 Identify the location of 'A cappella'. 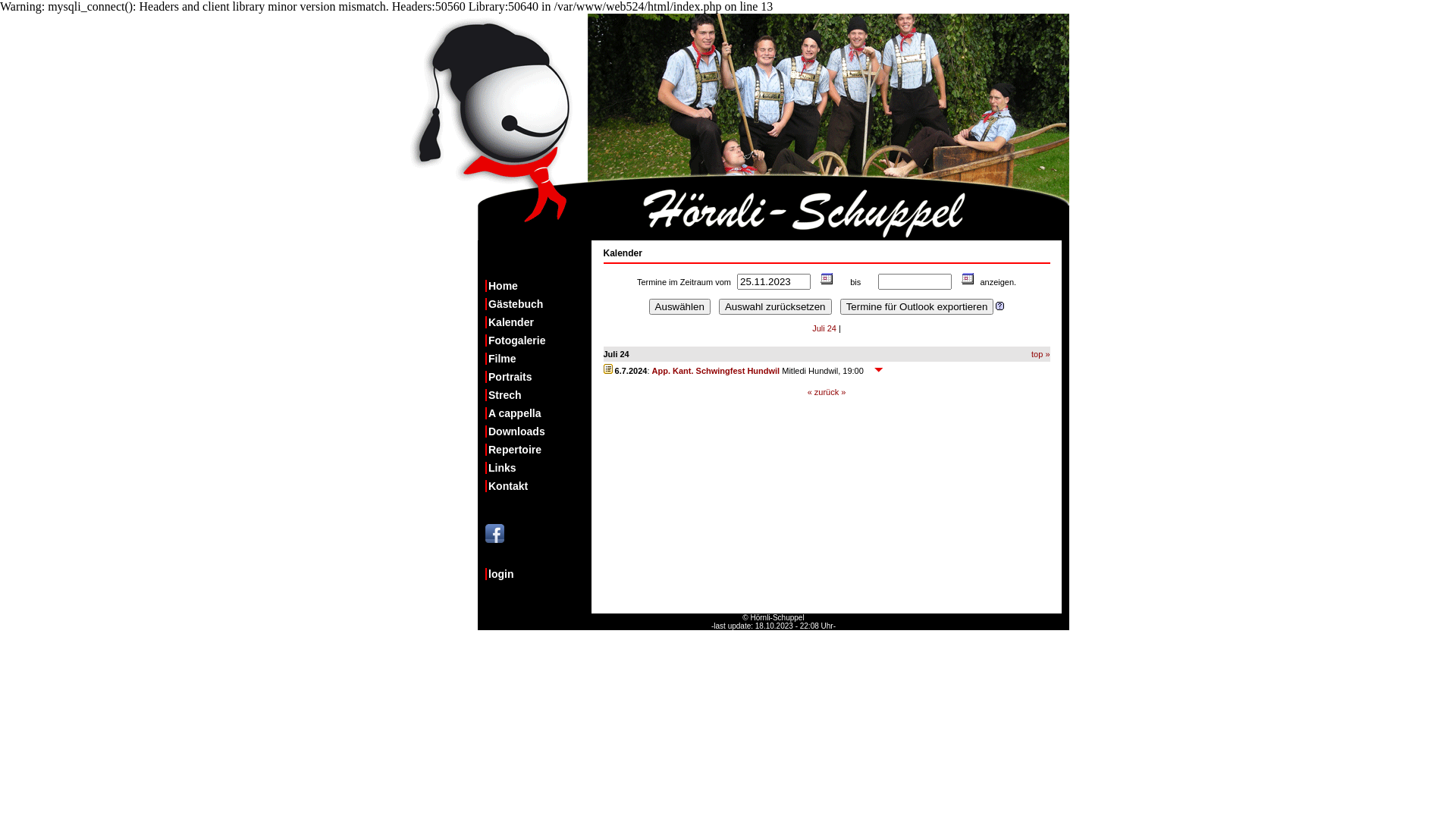
(538, 413).